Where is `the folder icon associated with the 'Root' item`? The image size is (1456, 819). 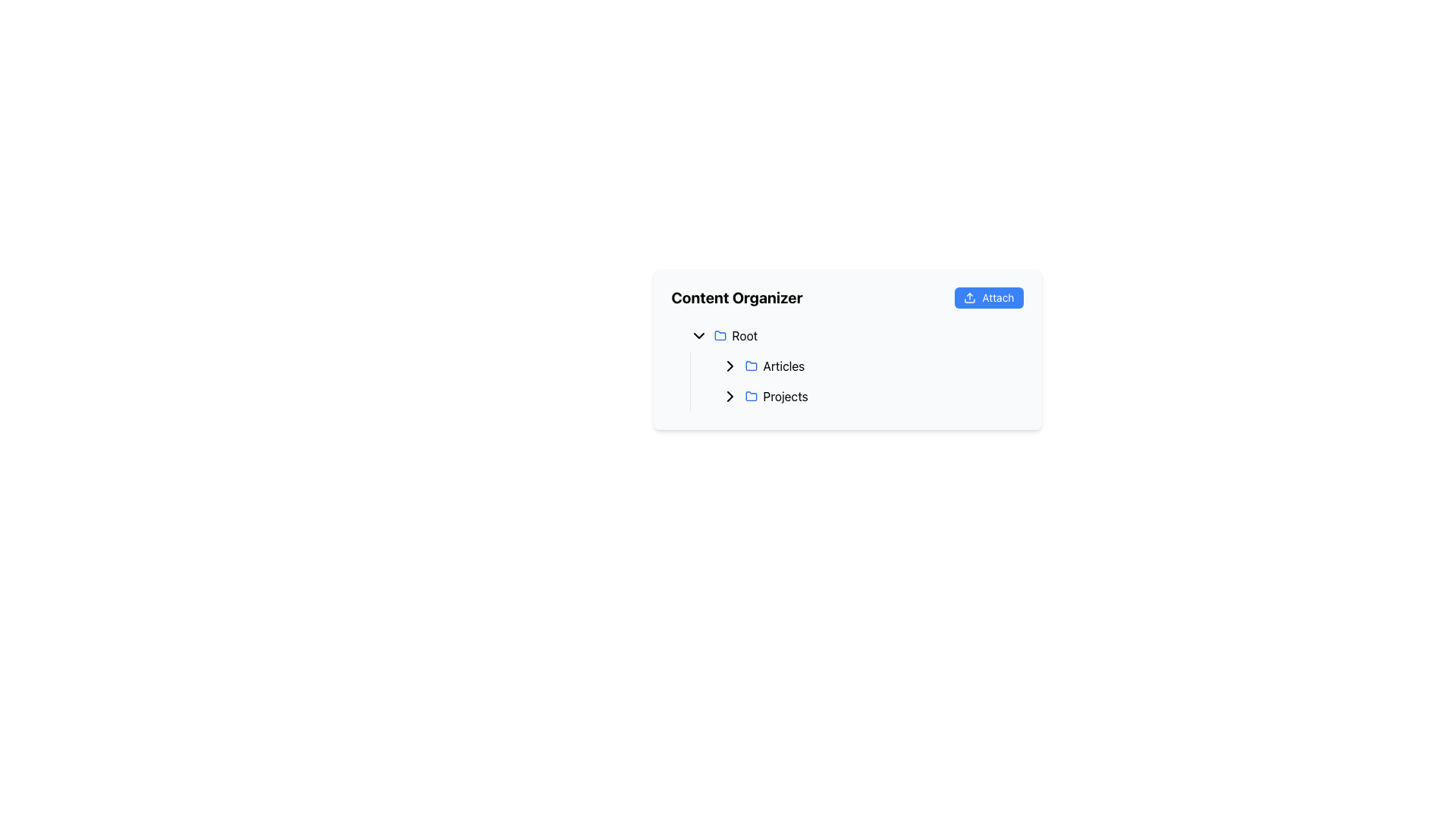
the folder icon associated with the 'Root' item is located at coordinates (719, 335).